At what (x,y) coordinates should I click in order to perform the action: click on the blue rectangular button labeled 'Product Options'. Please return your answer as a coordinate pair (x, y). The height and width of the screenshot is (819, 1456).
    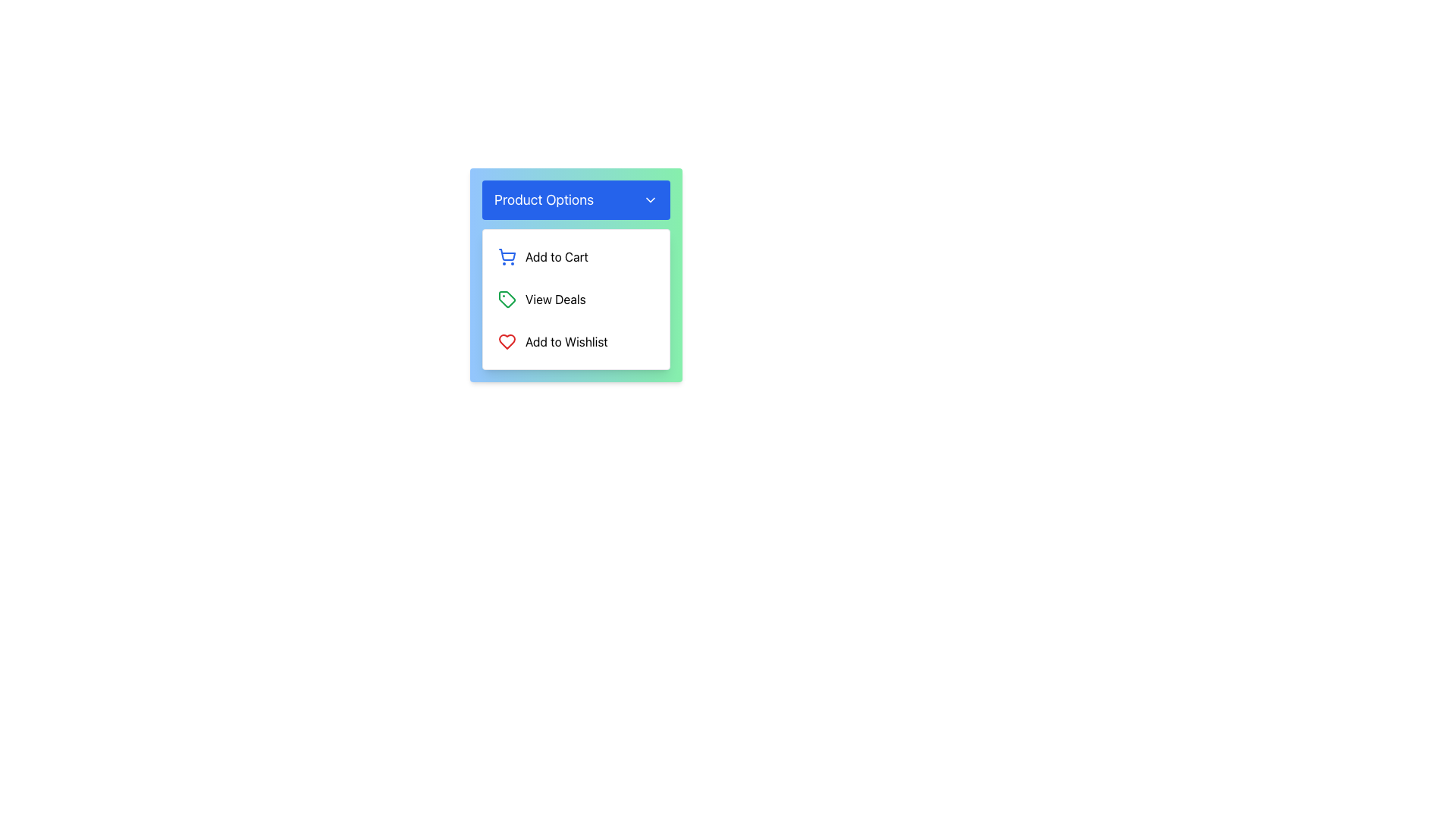
    Looking at the image, I should click on (575, 199).